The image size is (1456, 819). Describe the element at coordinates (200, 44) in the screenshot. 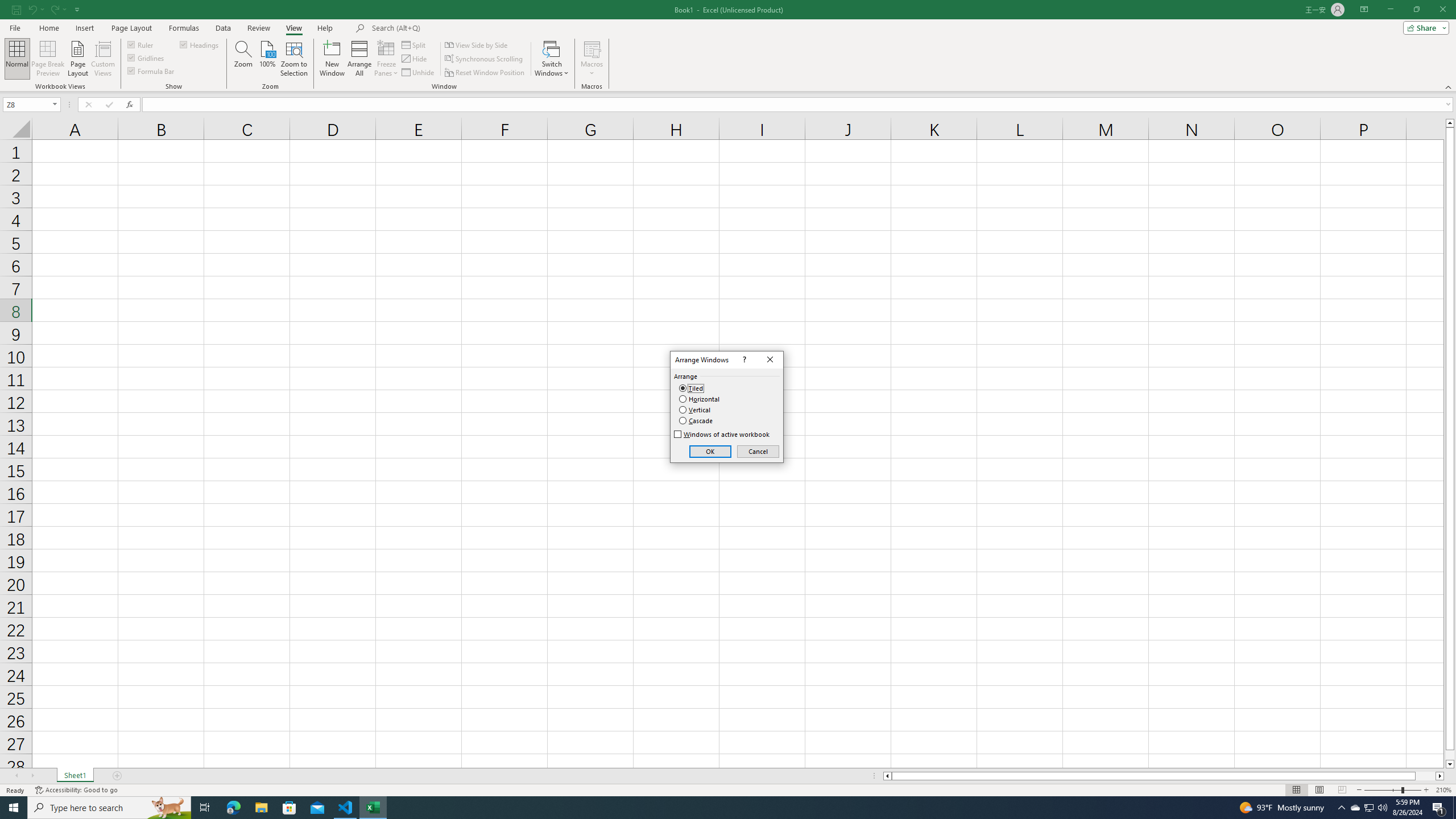

I see `'Headings'` at that location.